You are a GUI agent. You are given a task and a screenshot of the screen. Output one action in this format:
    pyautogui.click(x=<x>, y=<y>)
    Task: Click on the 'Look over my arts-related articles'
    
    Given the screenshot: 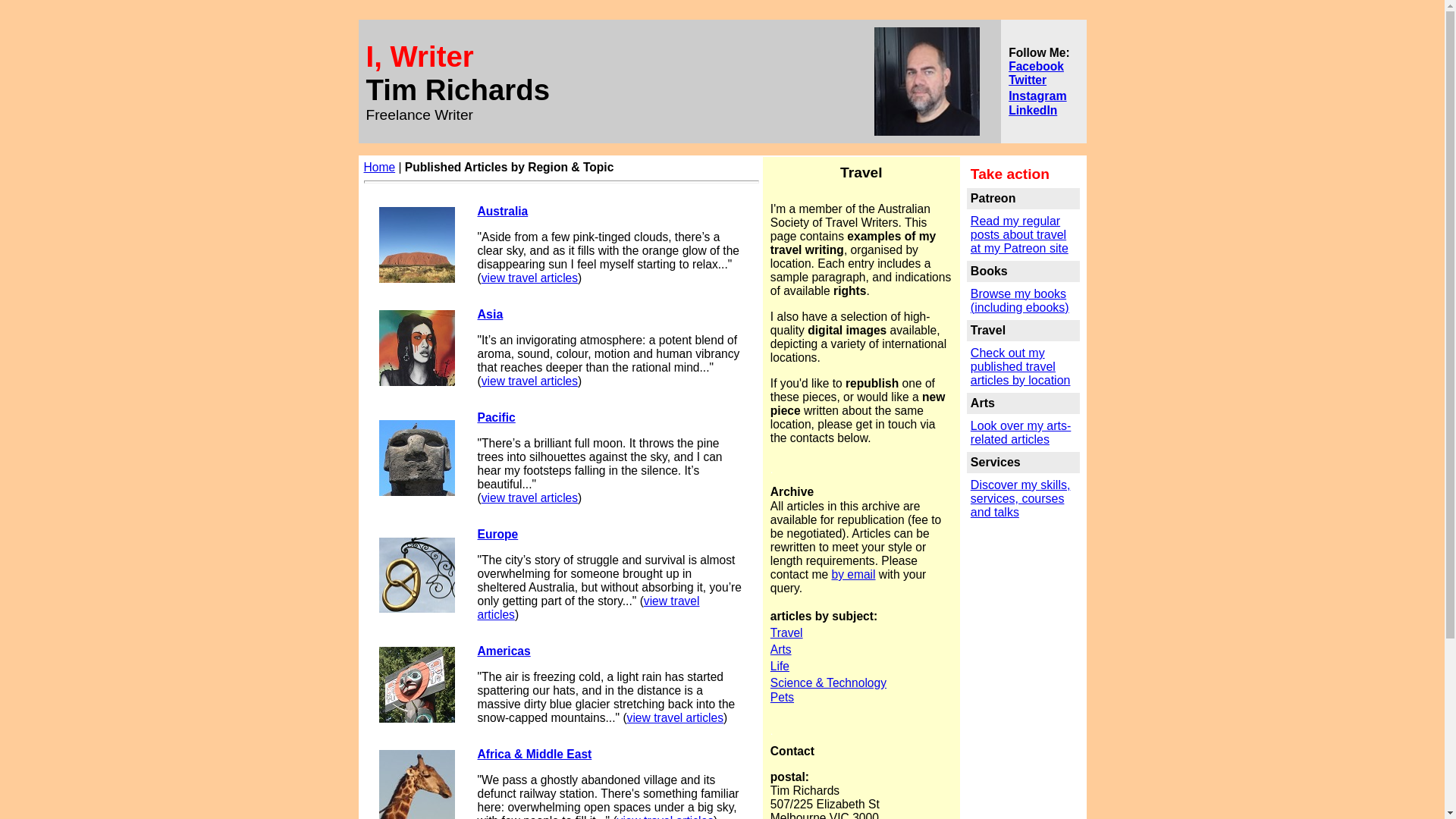 What is the action you would take?
    pyautogui.click(x=1020, y=432)
    